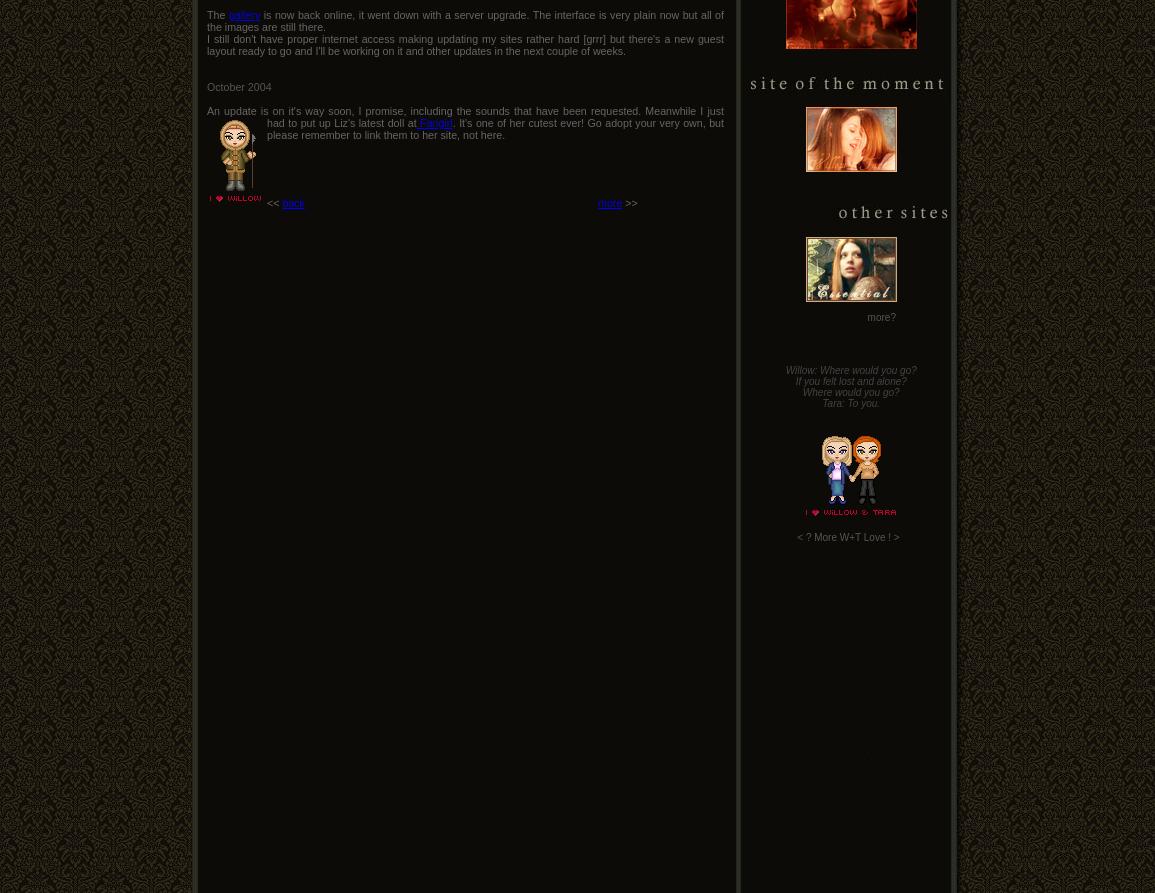 This screenshot has height=893, width=1155. Describe the element at coordinates (896, 536) in the screenshot. I see `'>'` at that location.